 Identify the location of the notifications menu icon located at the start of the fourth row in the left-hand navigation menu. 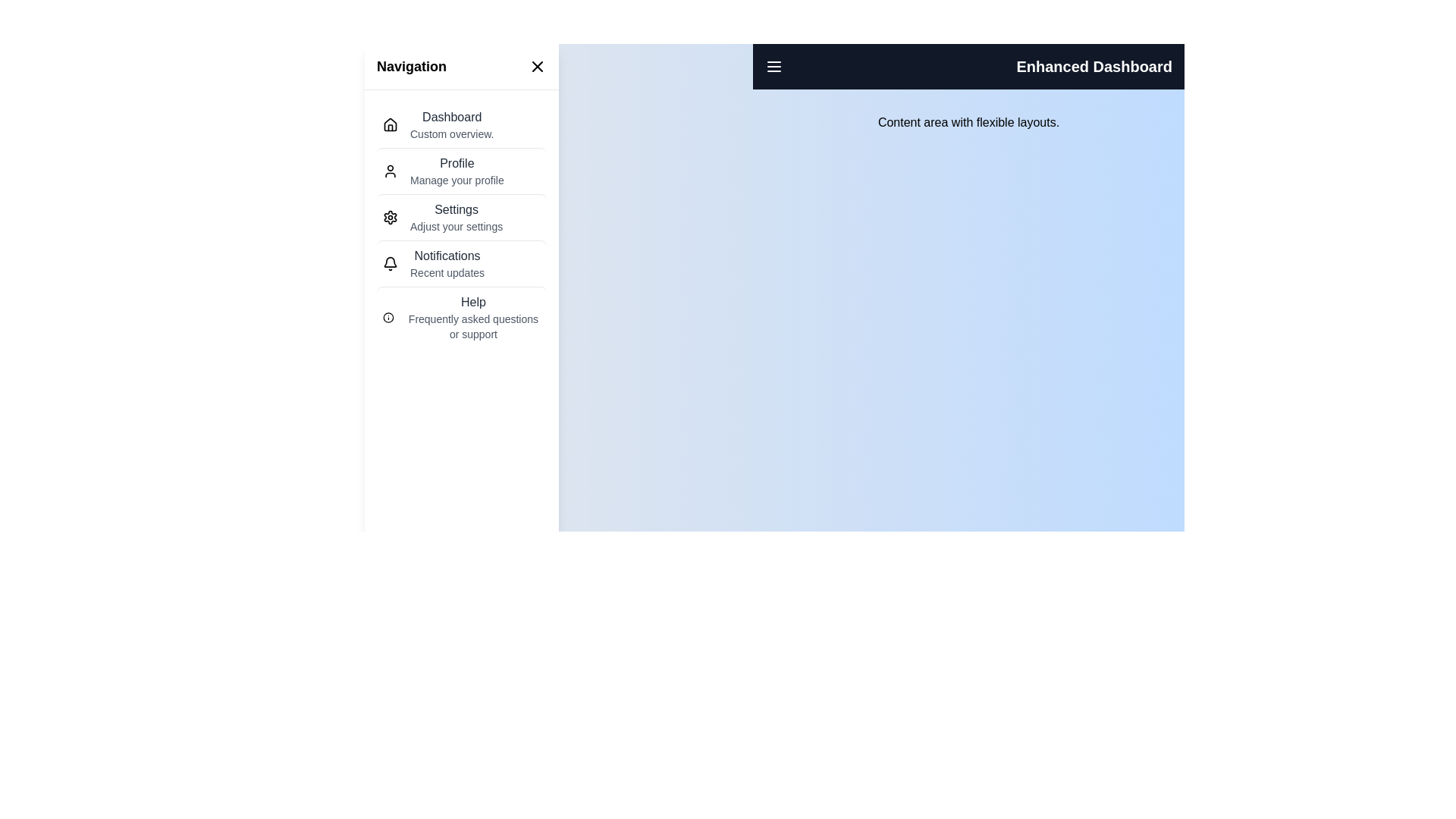
(390, 262).